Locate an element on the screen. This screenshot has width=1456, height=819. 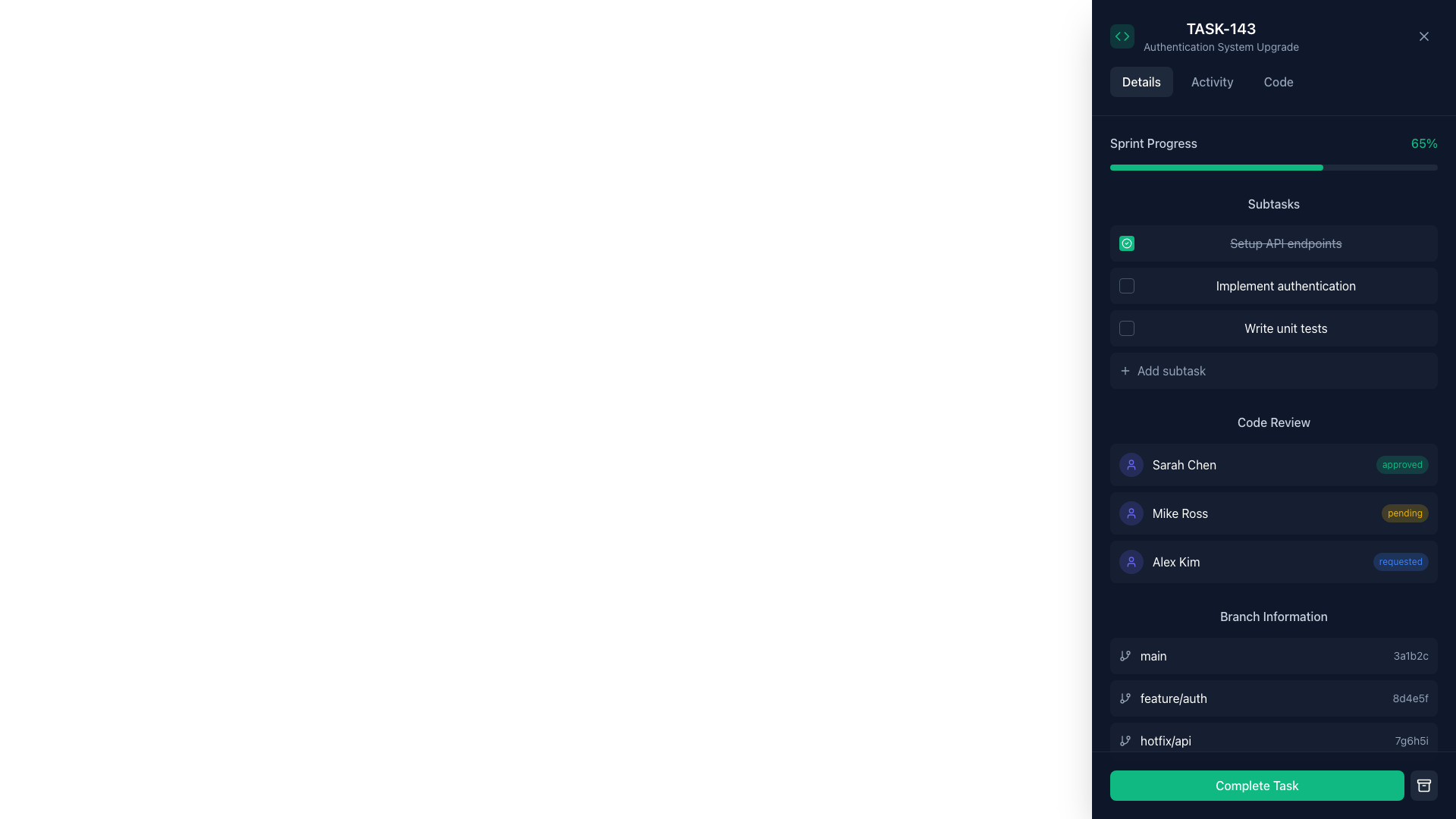
the center of the second entry in the task review list within the 'Code Review' section to interact with it is located at coordinates (1274, 513).